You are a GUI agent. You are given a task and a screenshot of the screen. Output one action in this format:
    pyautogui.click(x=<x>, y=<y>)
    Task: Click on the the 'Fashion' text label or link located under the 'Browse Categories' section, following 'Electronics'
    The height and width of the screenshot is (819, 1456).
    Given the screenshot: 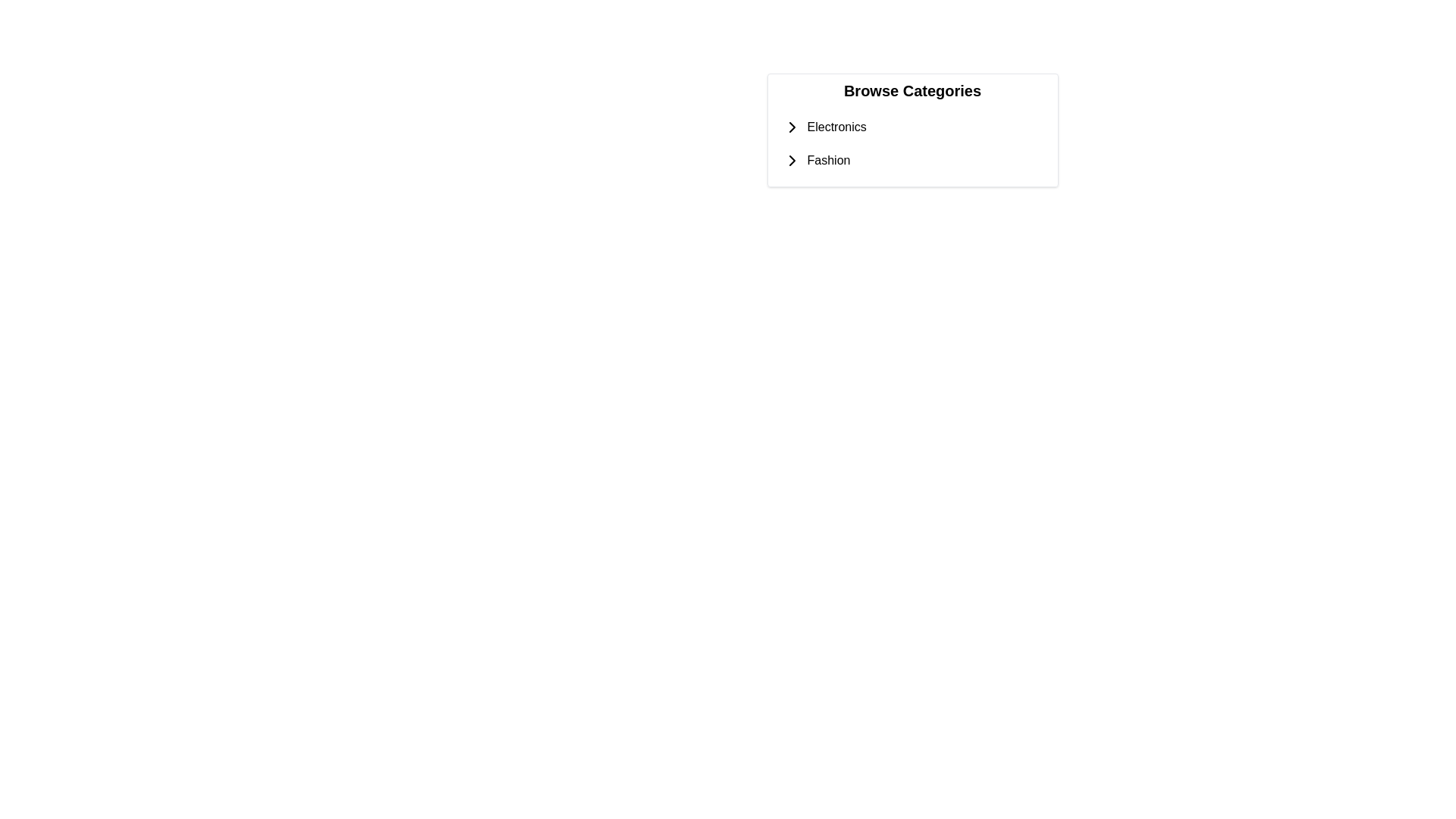 What is the action you would take?
    pyautogui.click(x=828, y=161)
    